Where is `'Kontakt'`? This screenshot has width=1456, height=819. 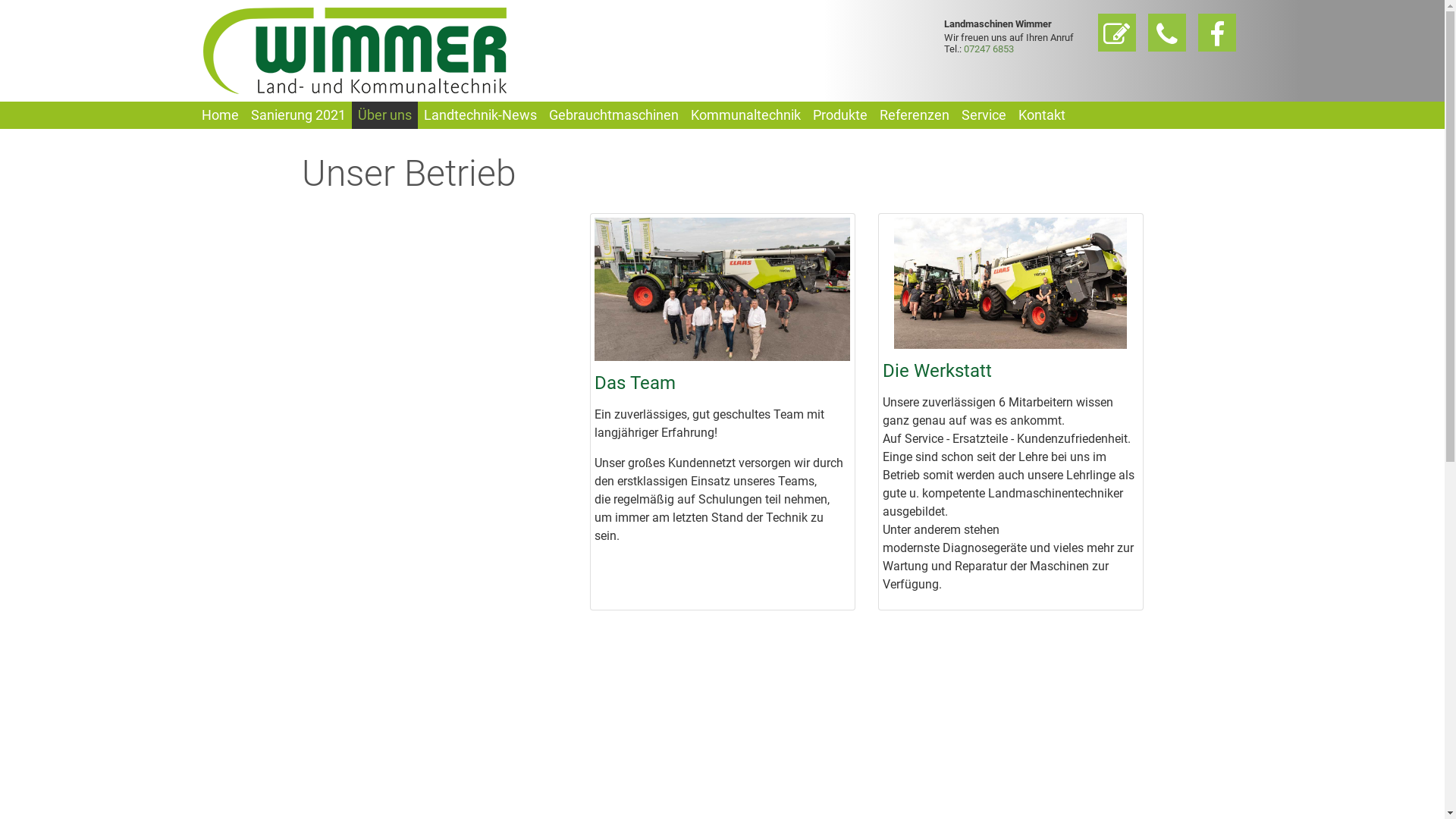 'Kontakt' is located at coordinates (1040, 114).